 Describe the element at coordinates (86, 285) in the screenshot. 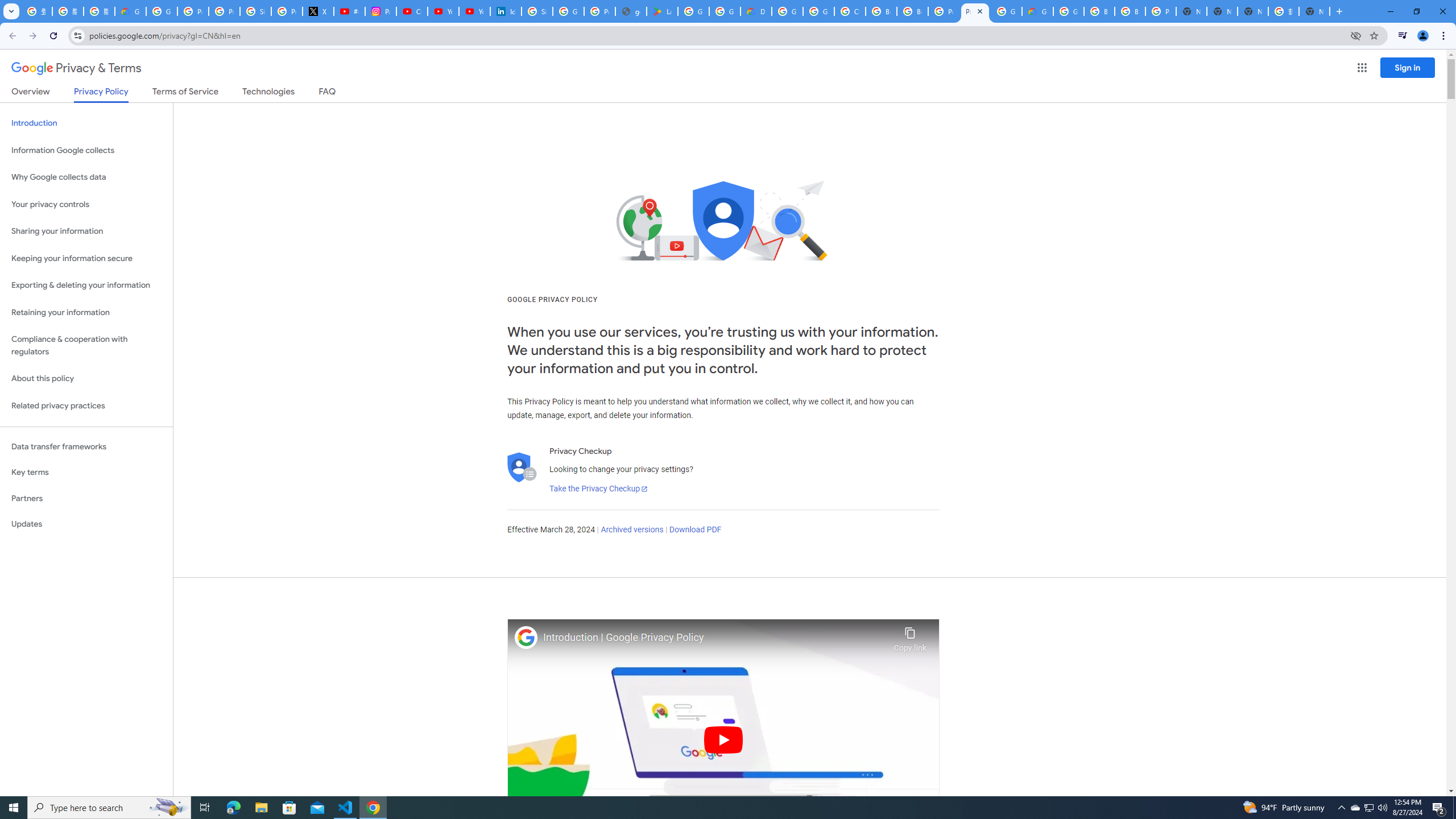

I see `'Exporting & deleting your information'` at that location.